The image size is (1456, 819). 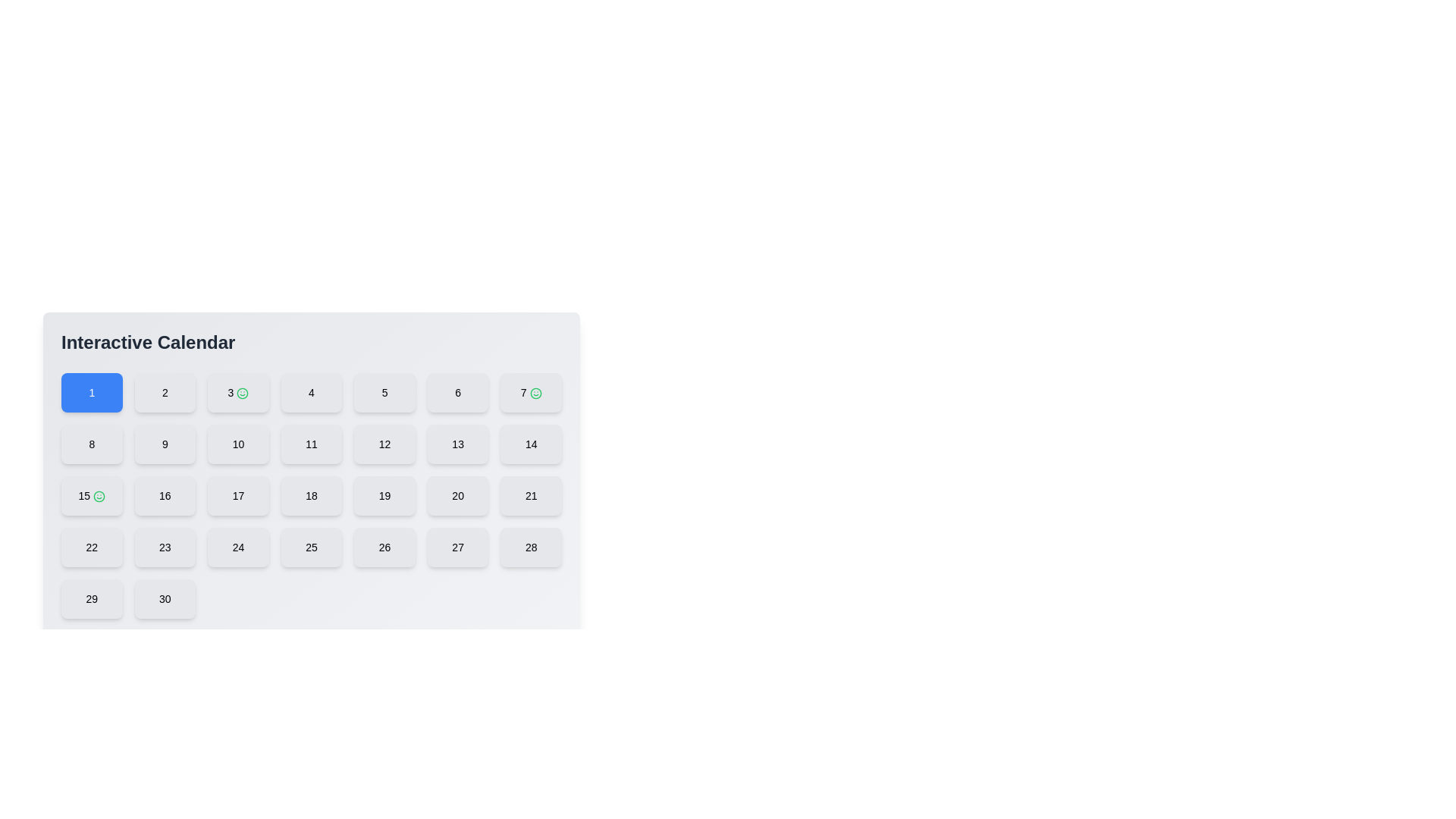 I want to click on the button labeled '6', which is a rectangular button with a light gray background and a rounded border, so click(x=457, y=391).